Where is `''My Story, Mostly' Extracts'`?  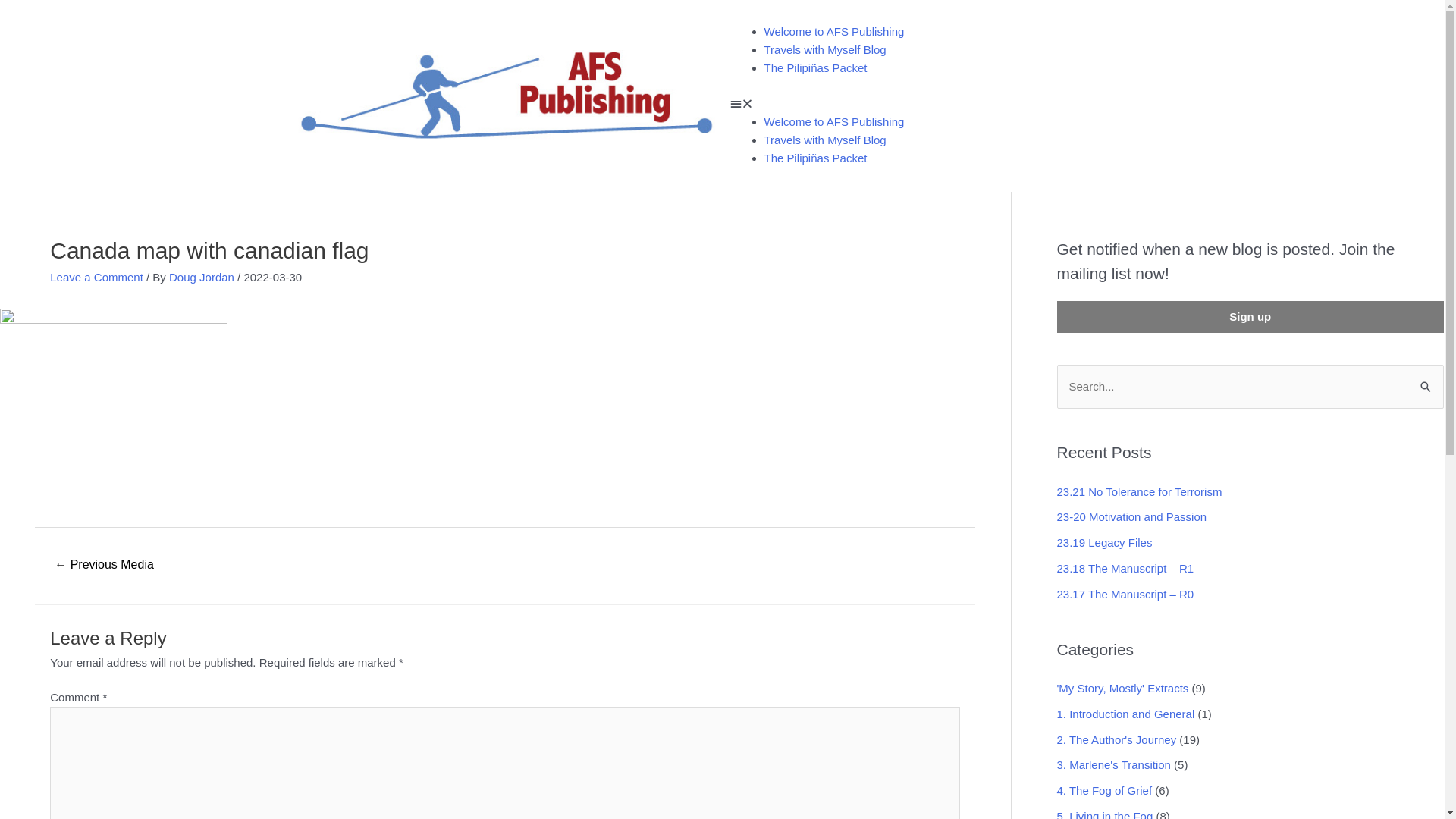
''My Story, Mostly' Extracts' is located at coordinates (1123, 688).